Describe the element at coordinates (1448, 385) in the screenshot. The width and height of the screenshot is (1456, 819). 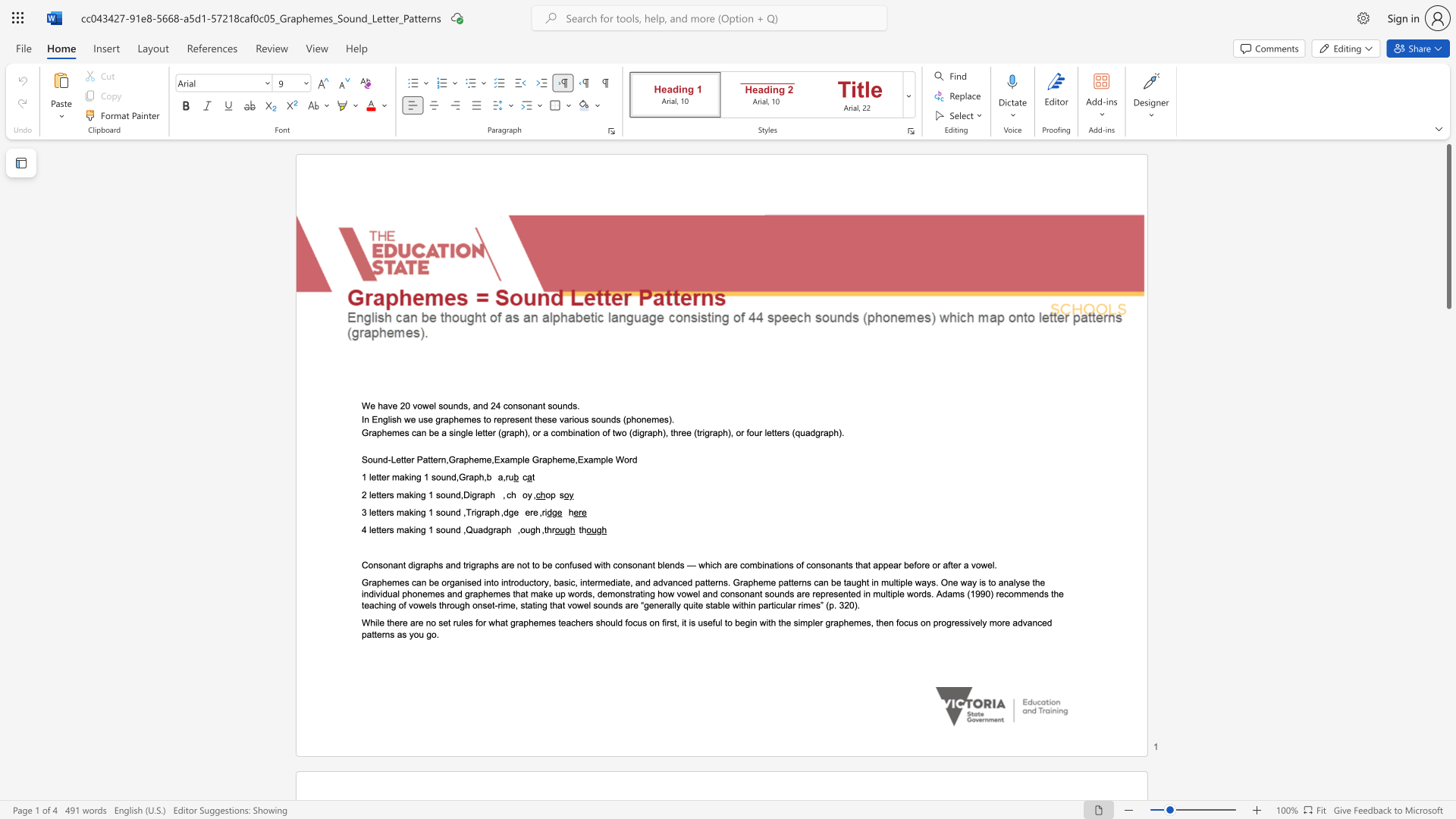
I see `the scrollbar on the side` at that location.